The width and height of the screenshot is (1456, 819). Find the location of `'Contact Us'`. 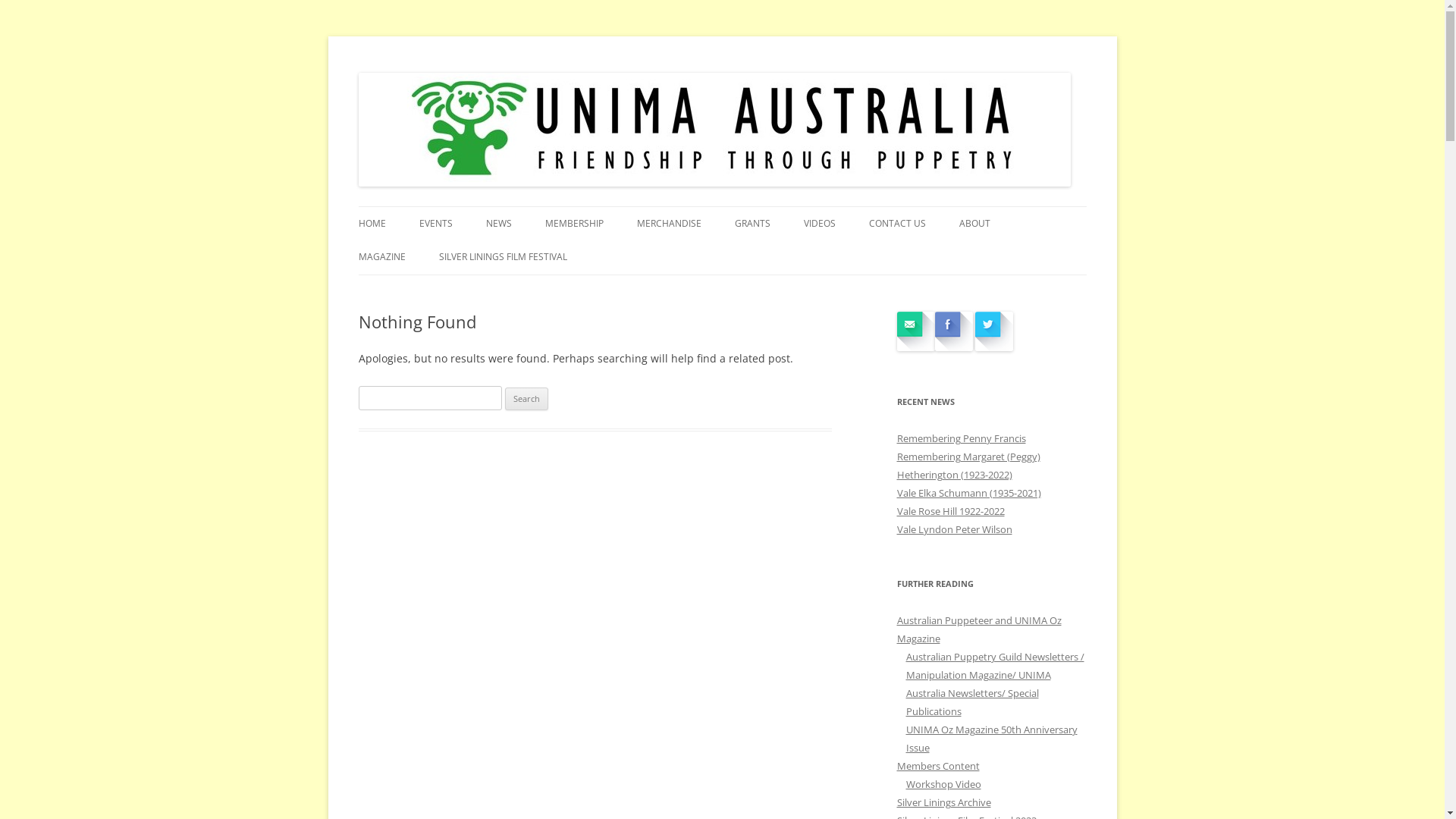

'Contact Us' is located at coordinates (914, 347).